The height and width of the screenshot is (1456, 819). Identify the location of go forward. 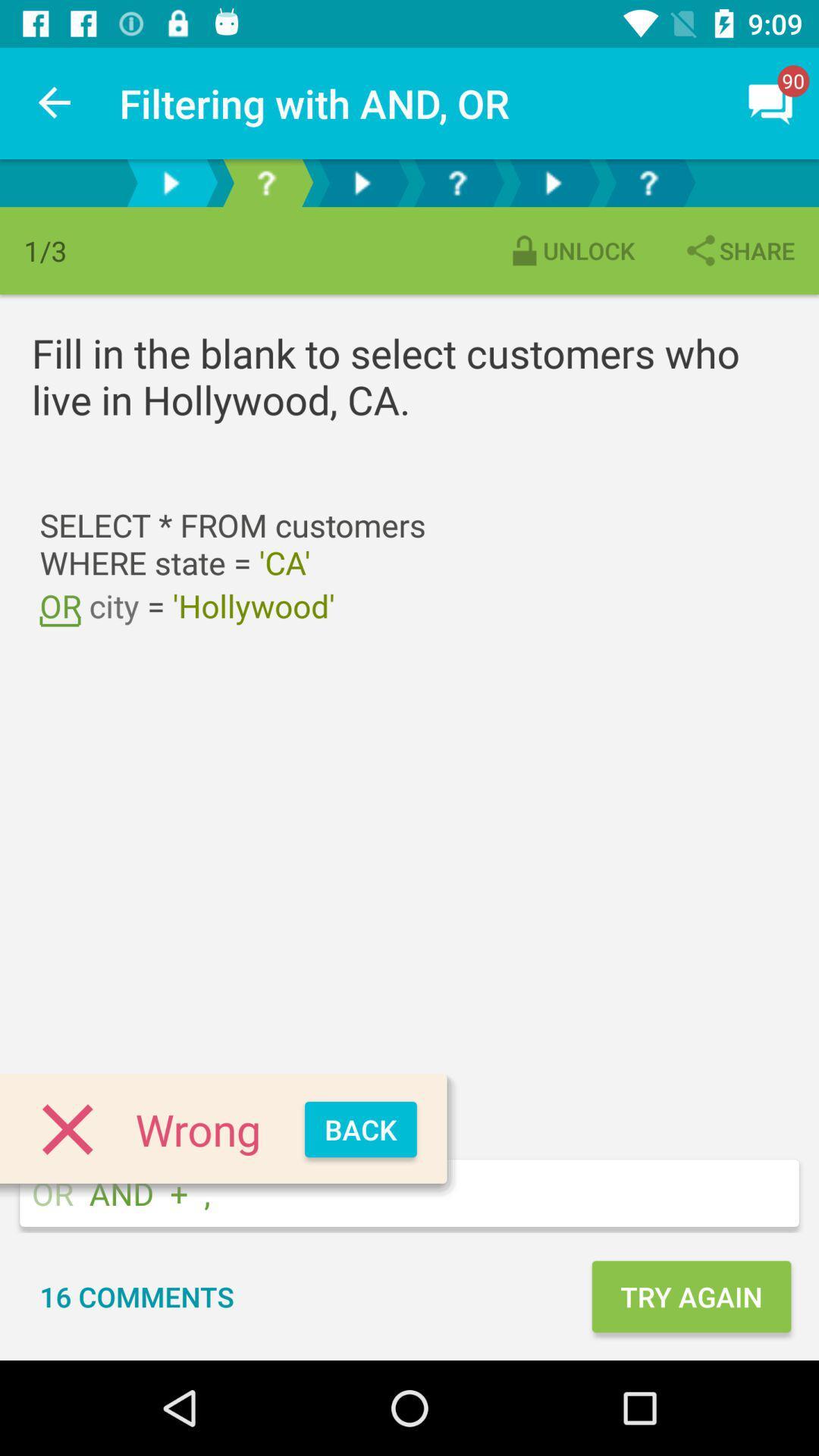
(170, 182).